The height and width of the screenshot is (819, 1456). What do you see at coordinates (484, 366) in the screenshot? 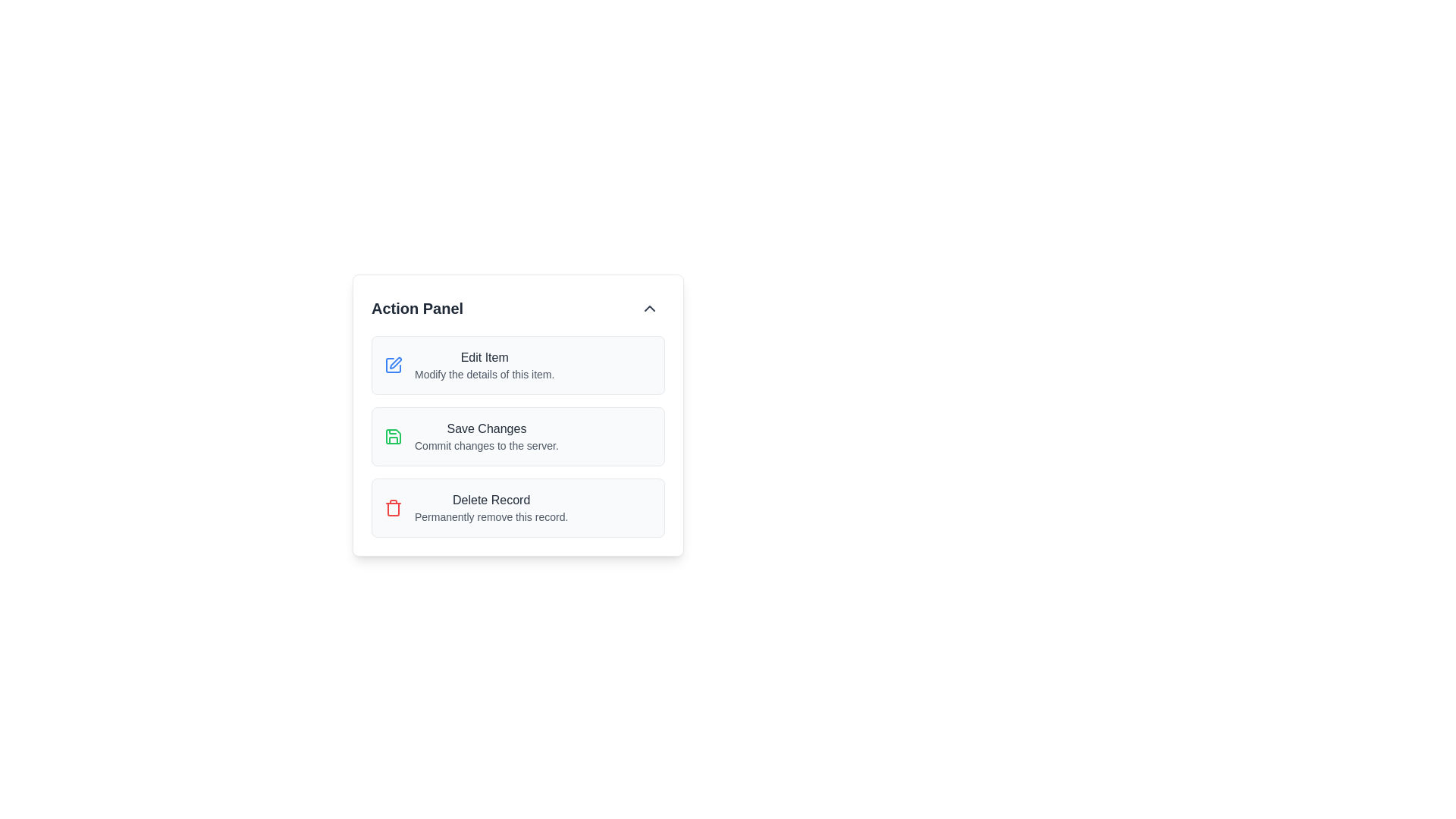
I see `the 'Edit Item' section which includes the title and description, located within the first card of the action panel` at bounding box center [484, 366].